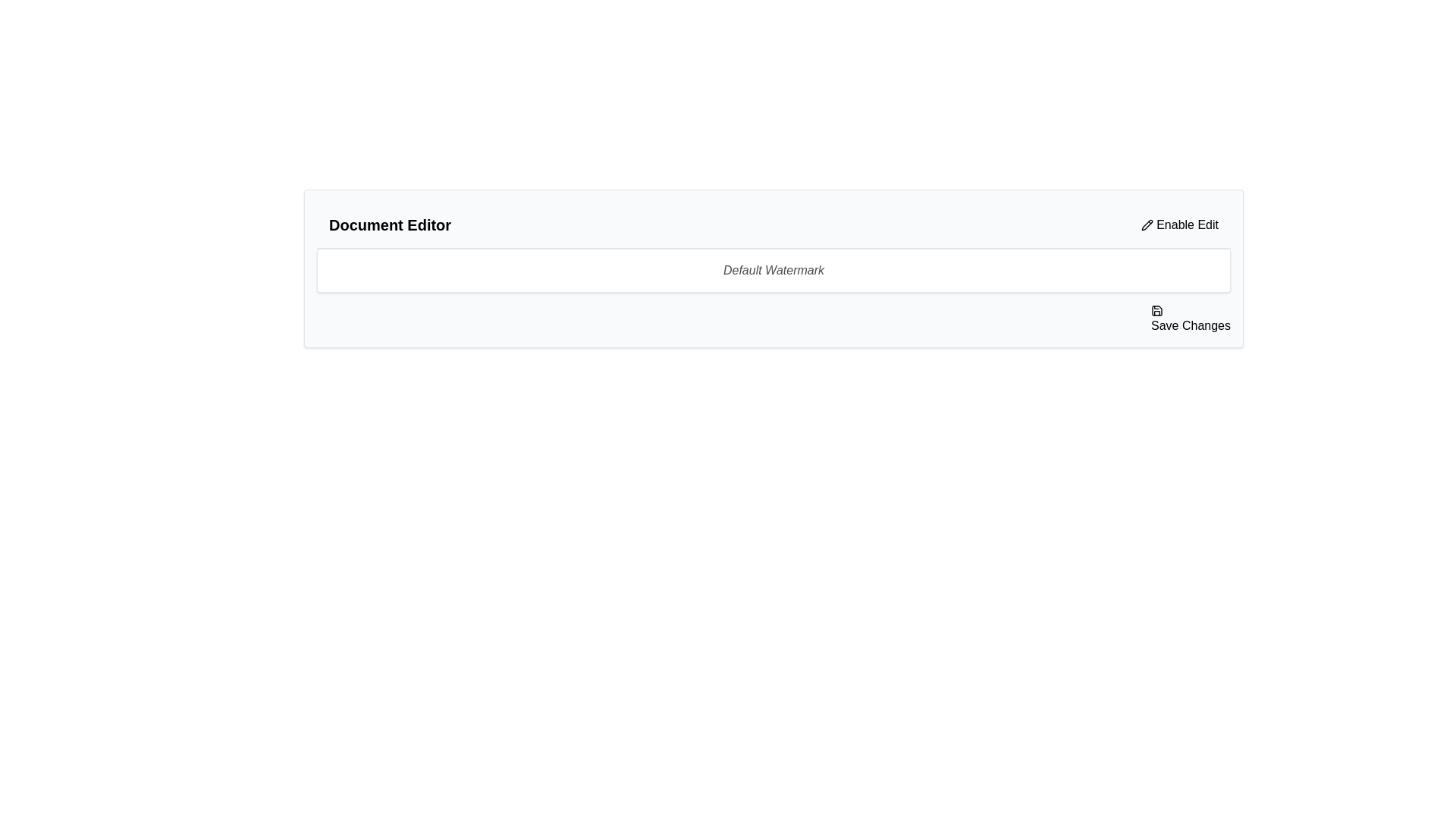  Describe the element at coordinates (1190, 318) in the screenshot. I see `the 'Save Changes' button with a floppy disk icon` at that location.